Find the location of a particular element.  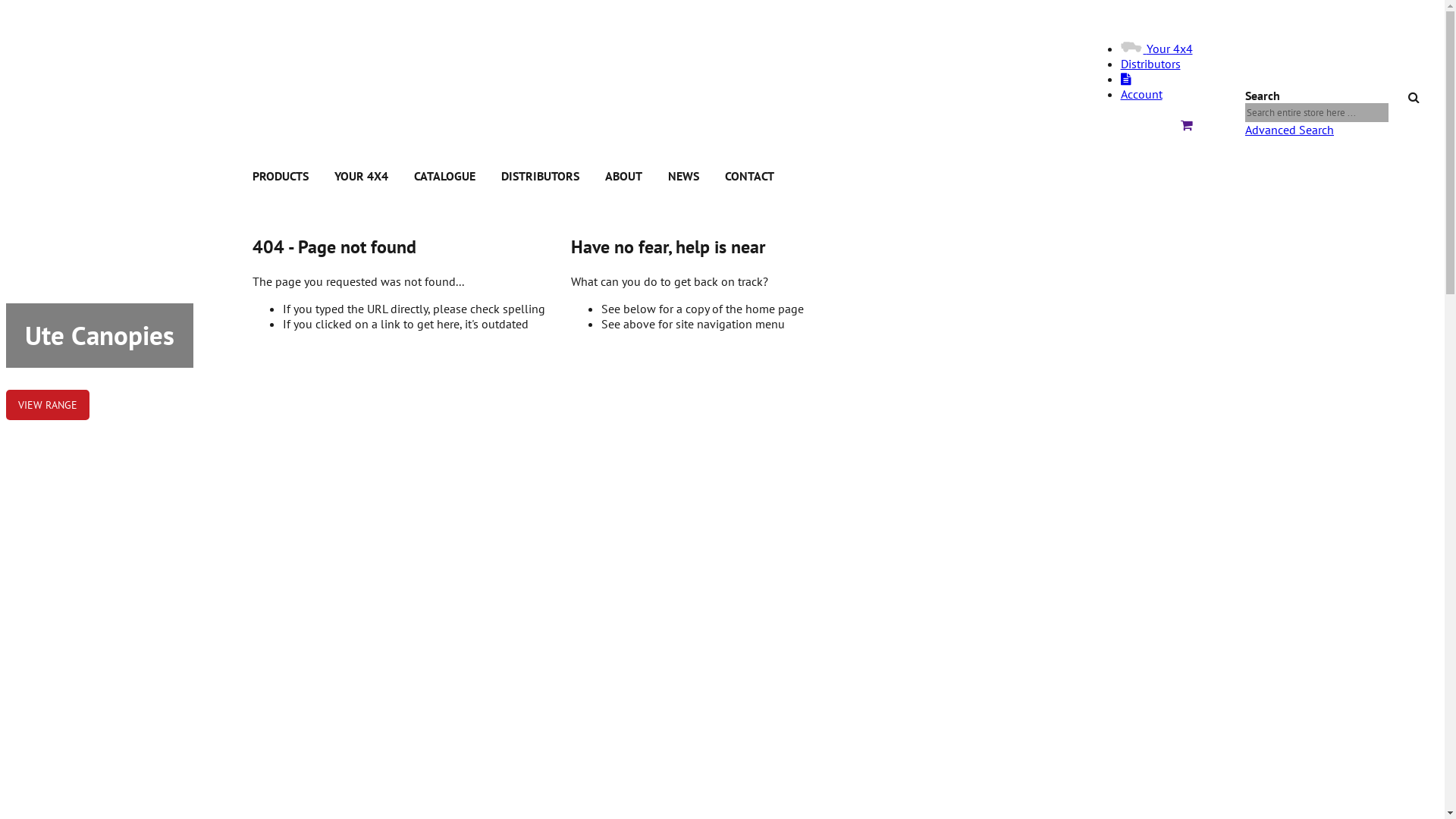

'Your 4x4' is located at coordinates (1156, 48).